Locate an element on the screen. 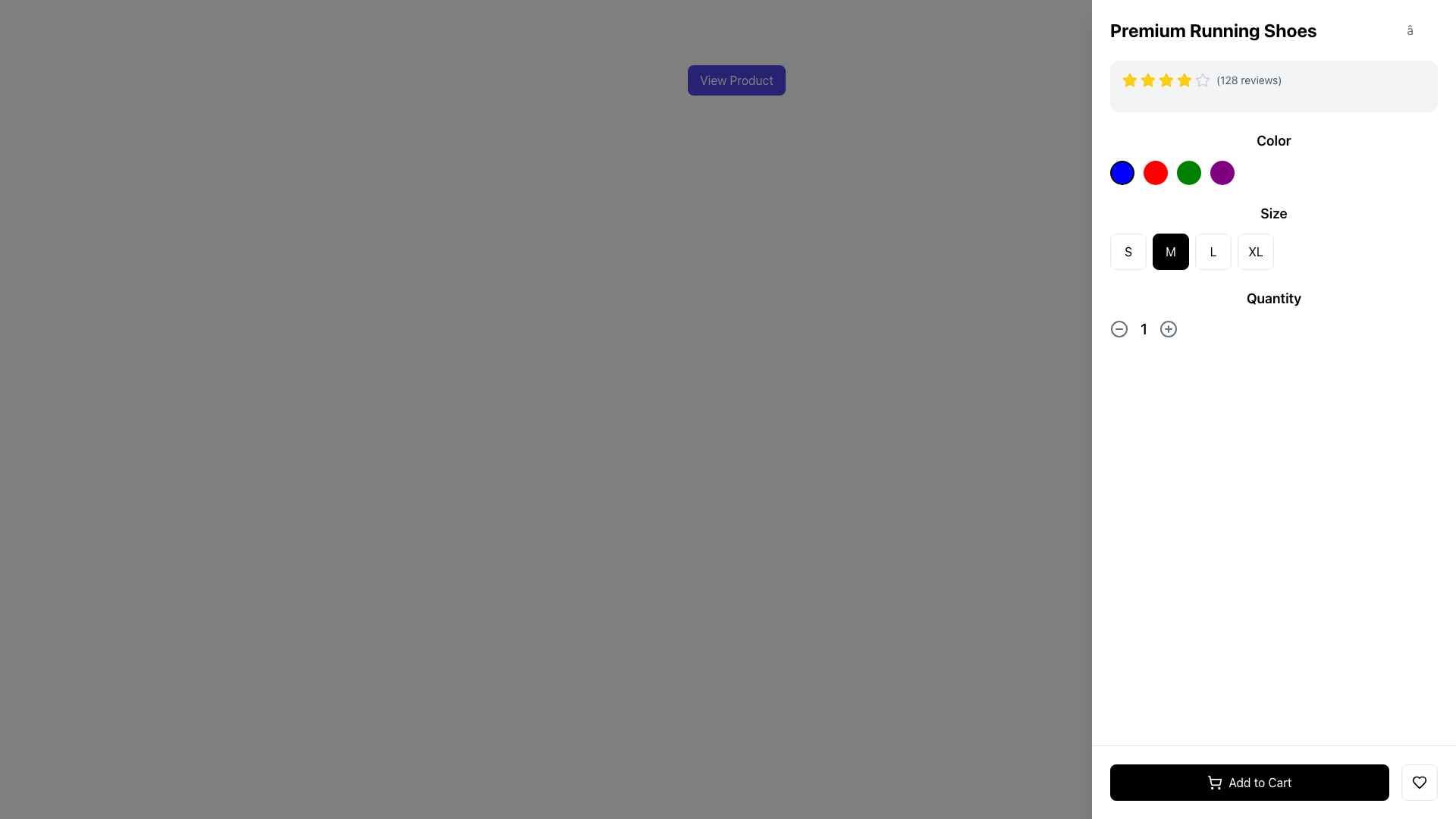 The image size is (1456, 819). the text label displaying '(128 reviews)', styled with a gray font, located next to the star icons in the product details panel is located at coordinates (1249, 80).